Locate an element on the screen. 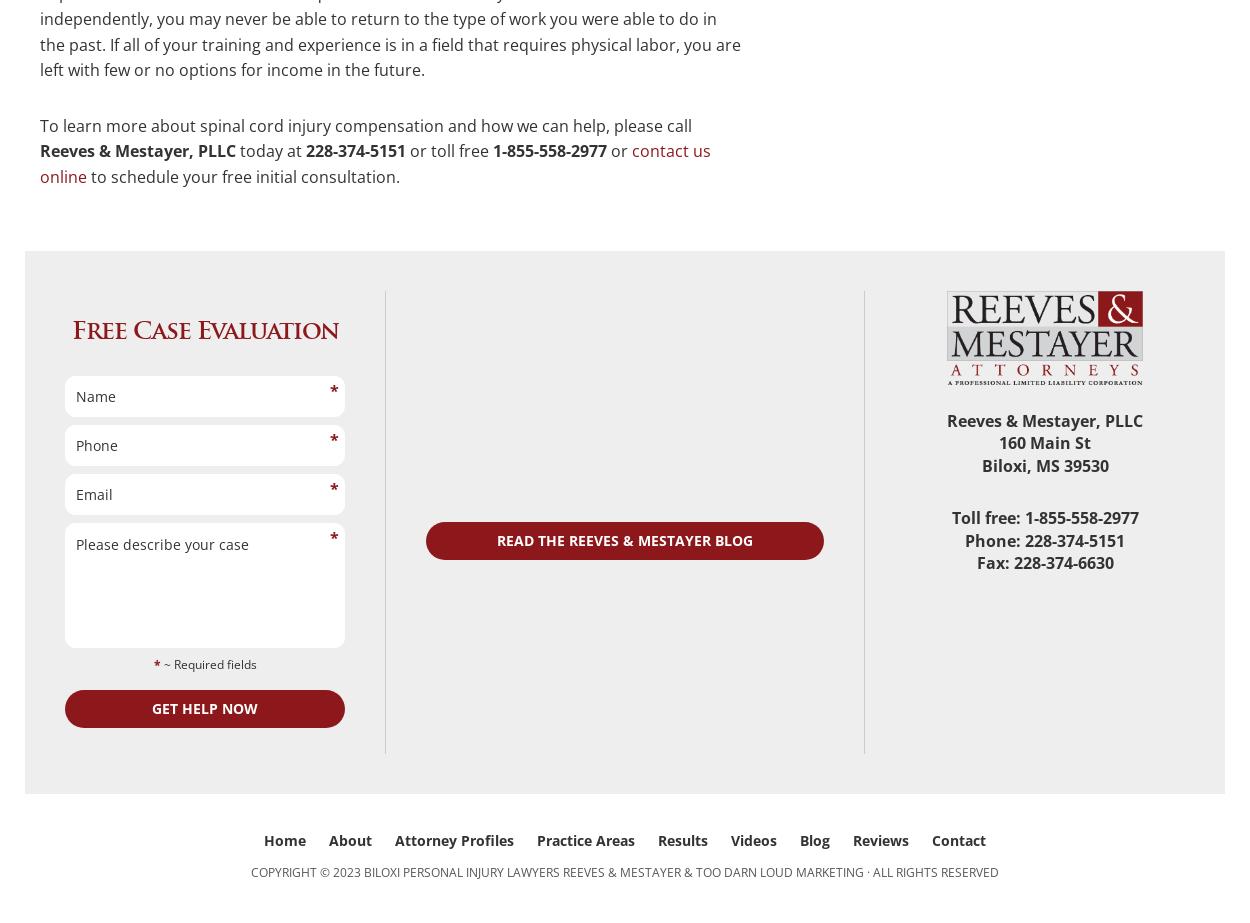 This screenshot has width=1250, height=923. 'About' is located at coordinates (349, 839).